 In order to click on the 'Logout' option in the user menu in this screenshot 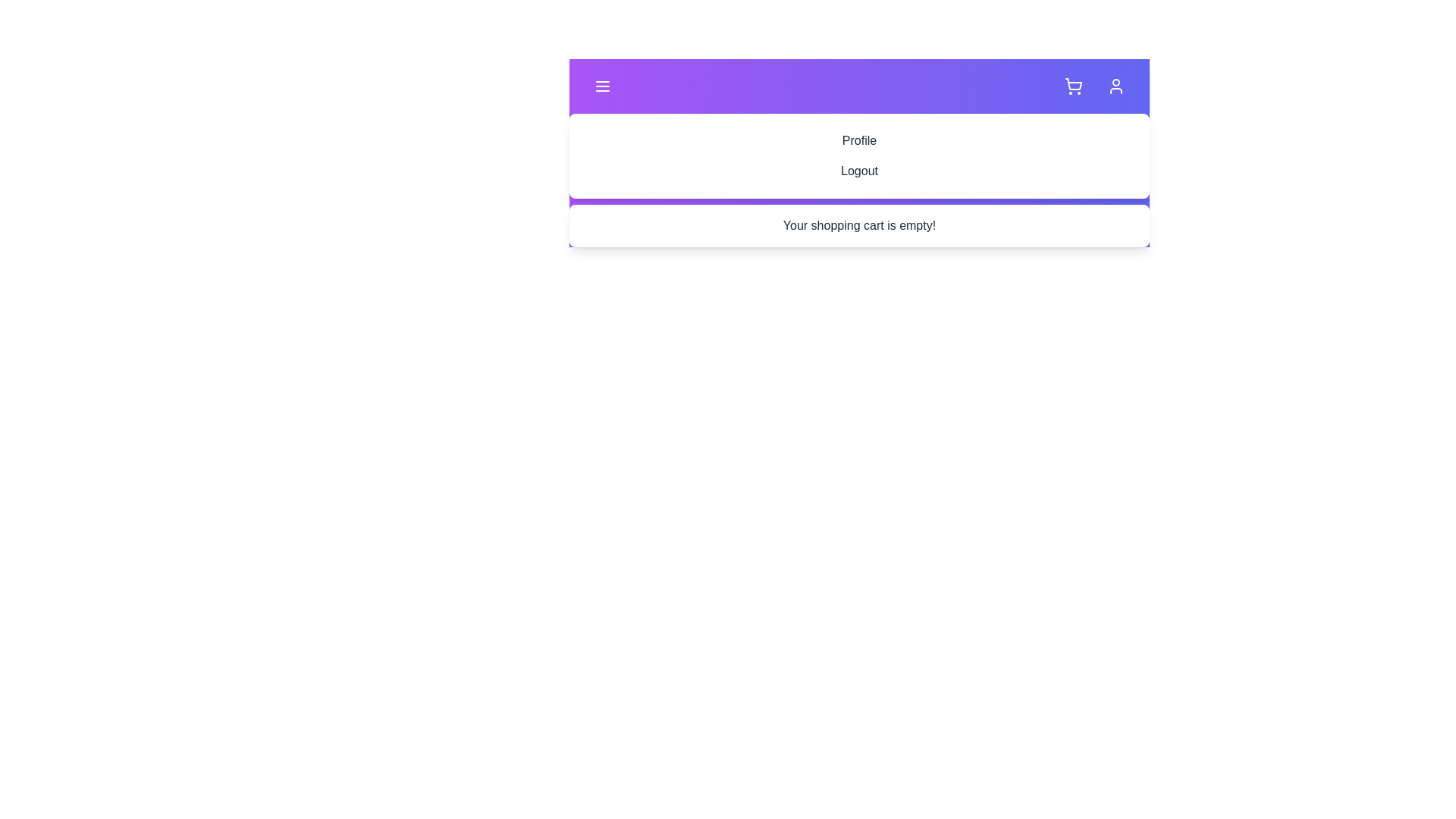, I will do `click(859, 171)`.